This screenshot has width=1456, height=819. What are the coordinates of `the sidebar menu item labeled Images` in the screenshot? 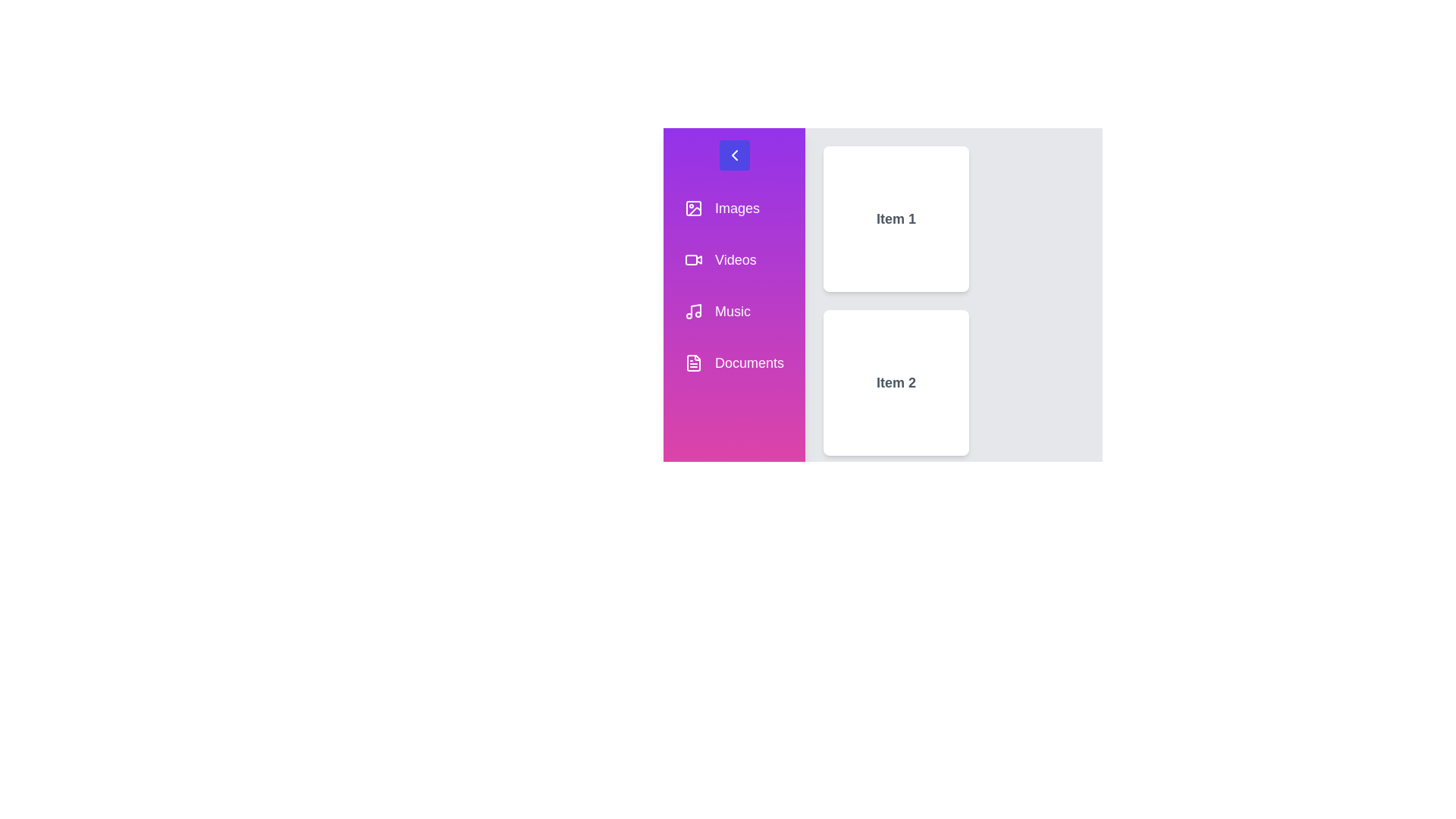 It's located at (734, 208).